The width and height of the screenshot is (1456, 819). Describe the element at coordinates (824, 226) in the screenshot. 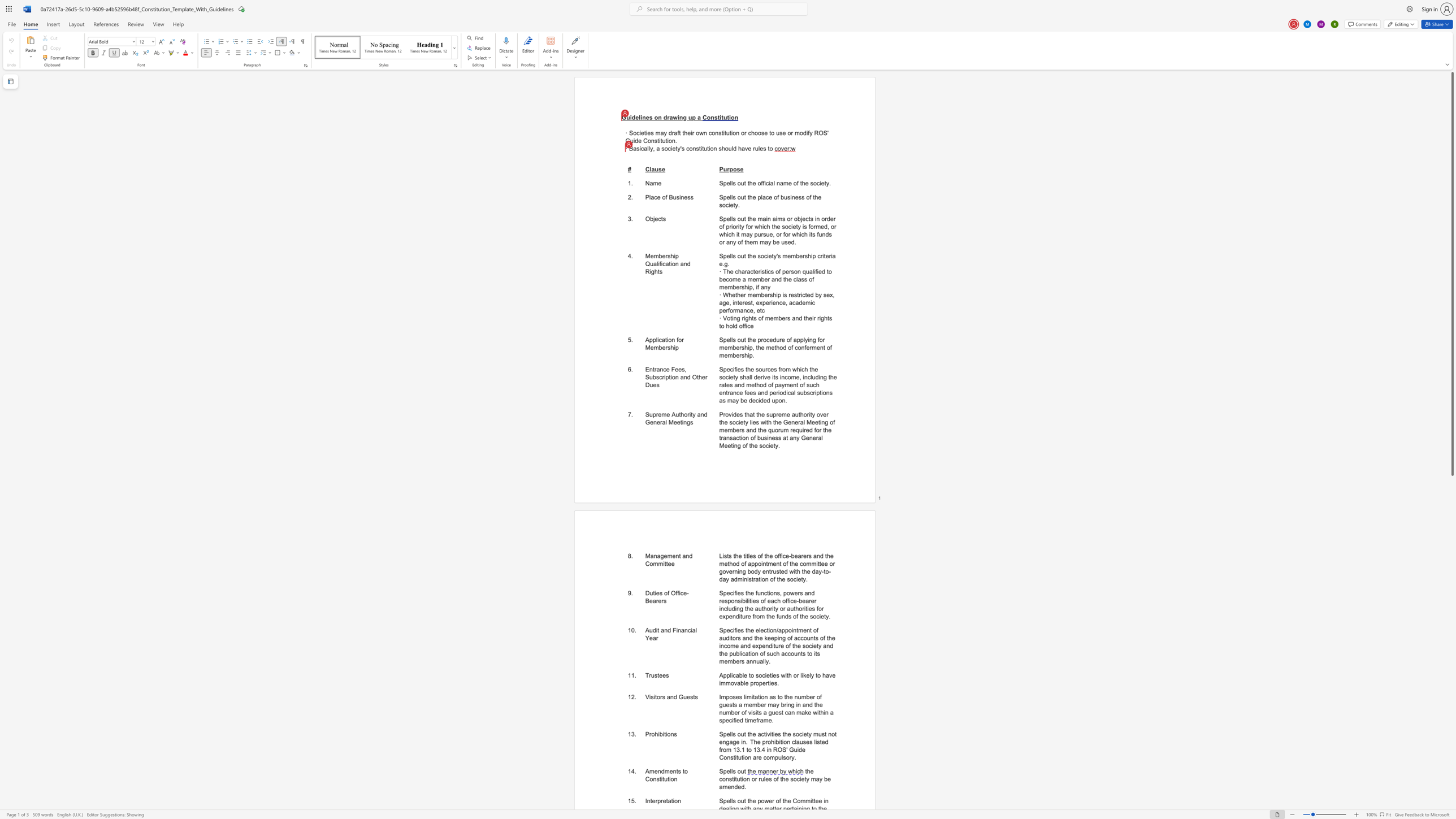

I see `the subset text "d, or wh" within the text "Spells out the main aims or objects in order of priority for which the society is formed, or which it may pursue, or for which its funds or any of them may be used."` at that location.